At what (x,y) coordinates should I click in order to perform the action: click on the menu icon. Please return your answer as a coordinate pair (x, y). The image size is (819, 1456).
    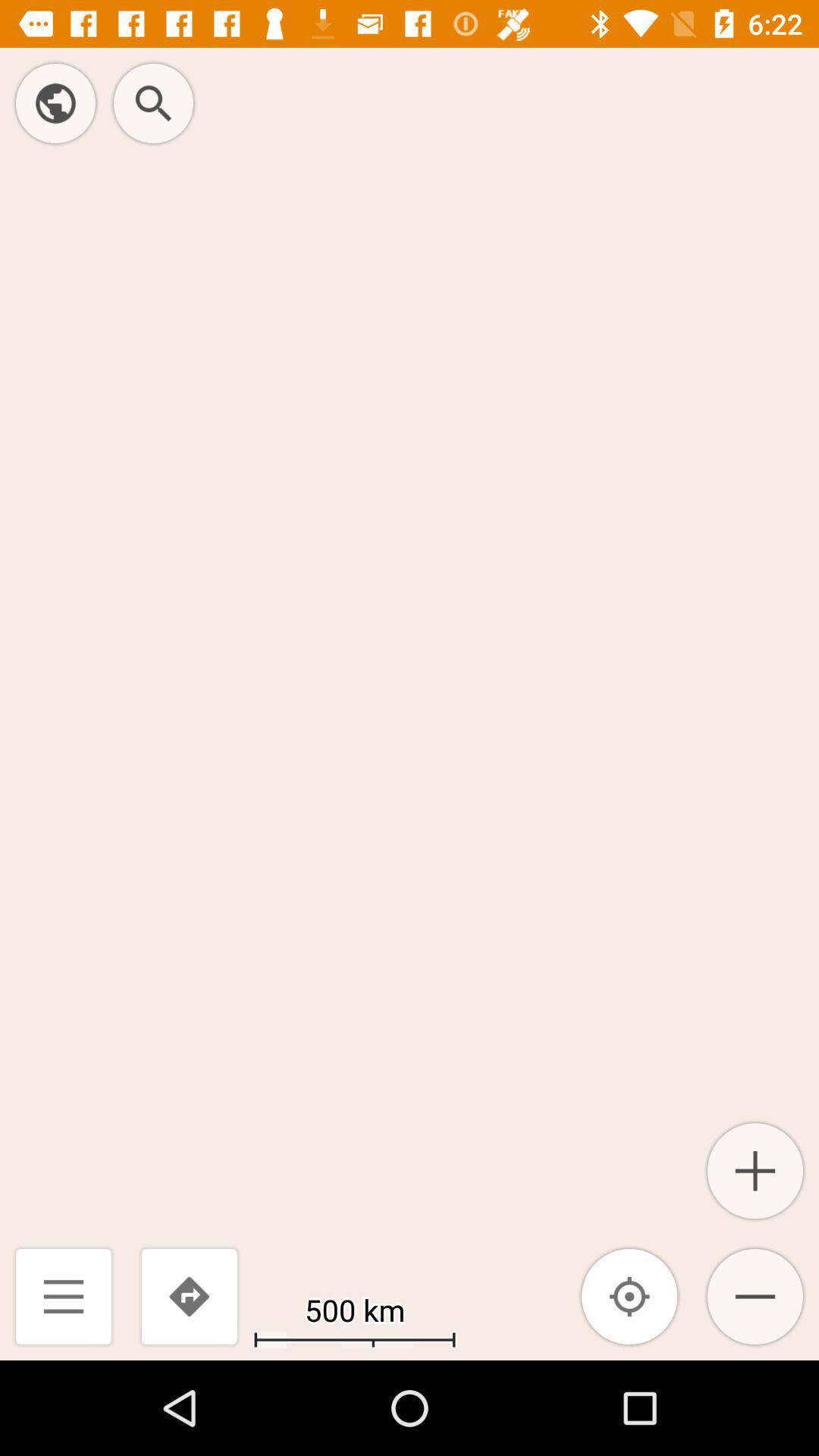
    Looking at the image, I should click on (63, 1295).